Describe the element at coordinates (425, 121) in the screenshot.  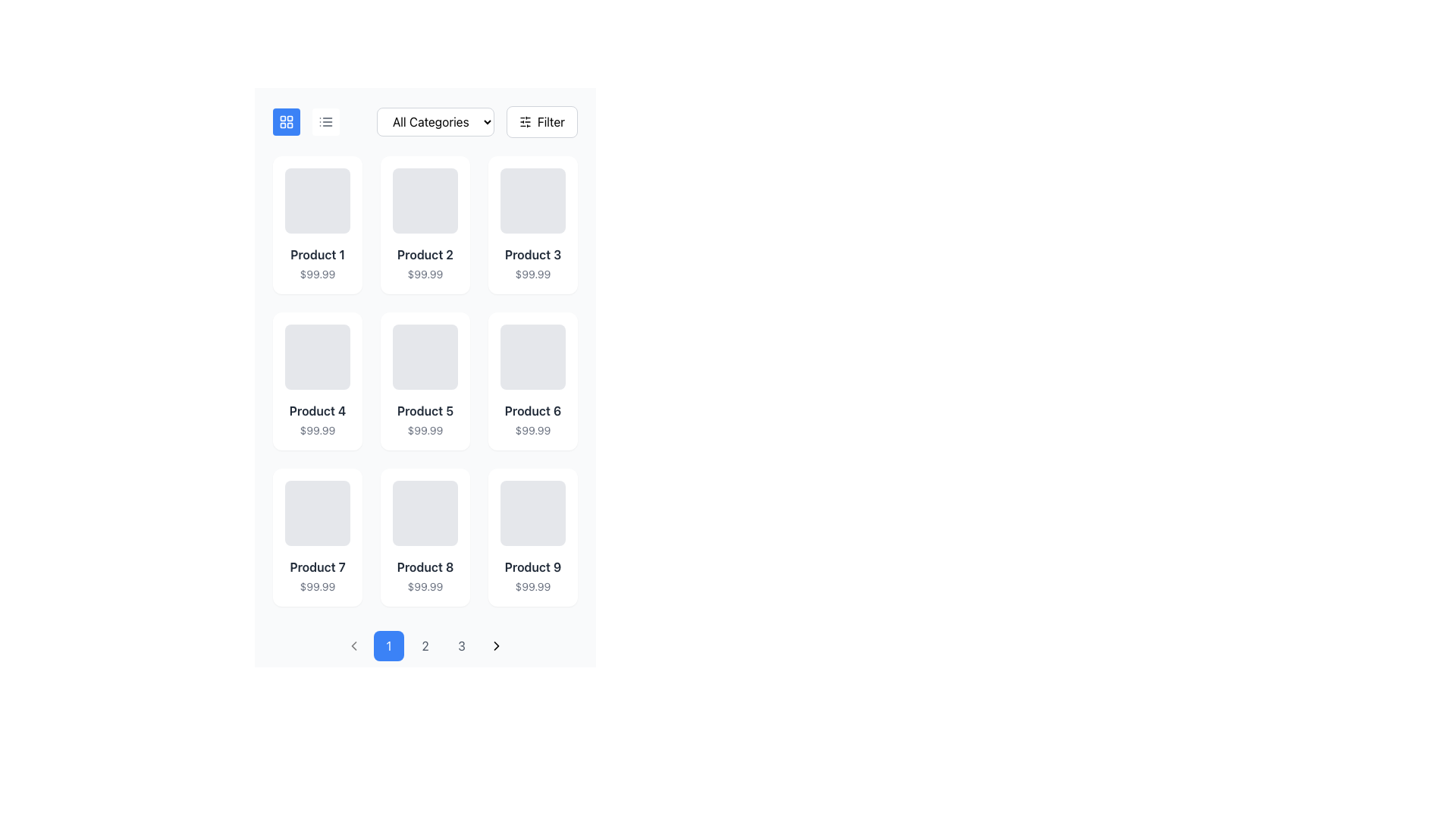
I see `the horizontal toolbar located at the top of the interface, which contains options like 'All Categories' and 'Filter'` at that location.